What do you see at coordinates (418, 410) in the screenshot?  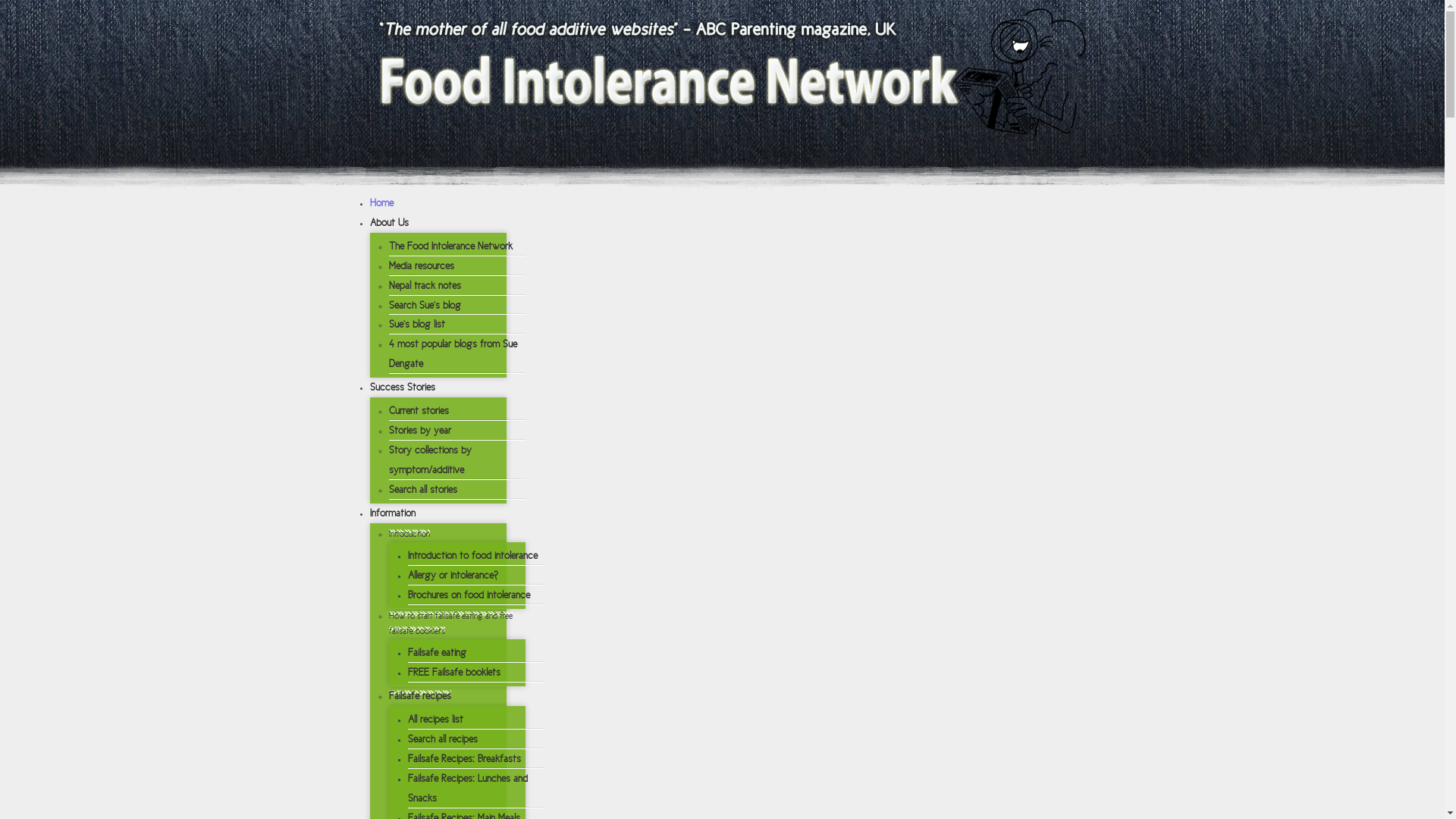 I see `'Current stories'` at bounding box center [418, 410].